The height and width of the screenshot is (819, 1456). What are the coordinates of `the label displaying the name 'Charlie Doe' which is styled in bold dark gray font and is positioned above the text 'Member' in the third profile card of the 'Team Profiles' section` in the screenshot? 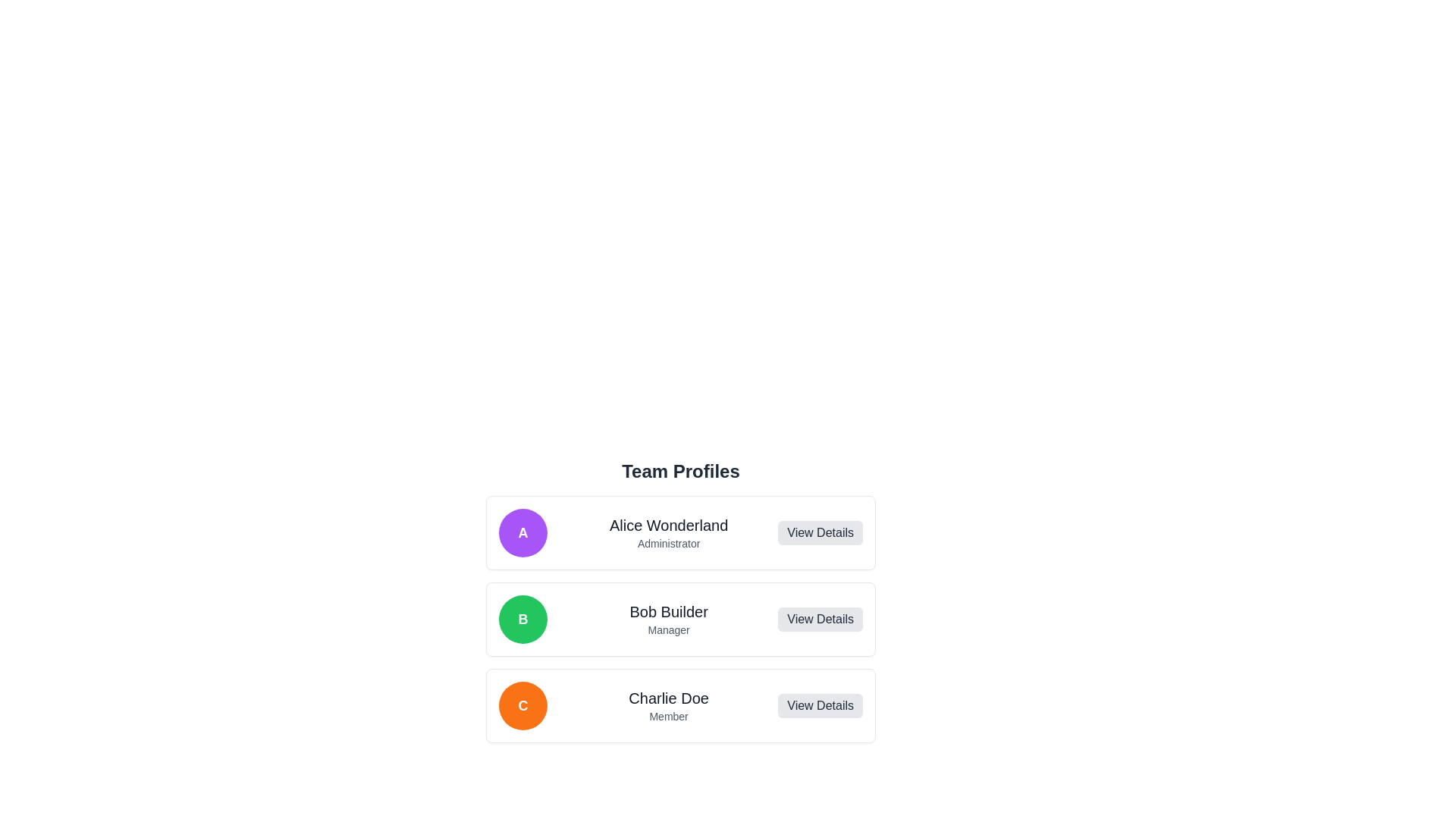 It's located at (668, 698).